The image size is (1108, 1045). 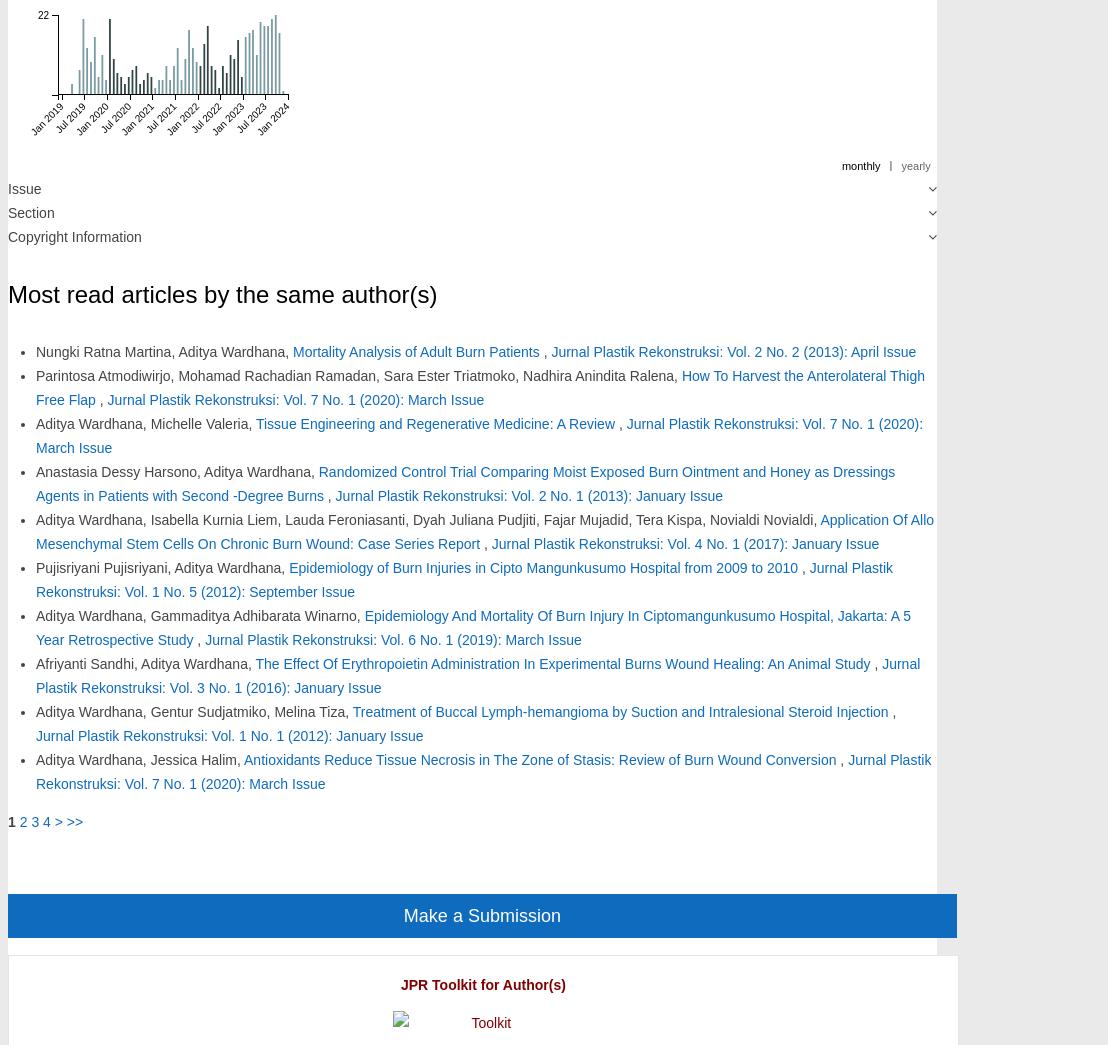 What do you see at coordinates (732, 350) in the screenshot?
I see `'Jurnal Plastik Rekonstruksi: Vol. 2 No. 2 (2013): April Issue'` at bounding box center [732, 350].